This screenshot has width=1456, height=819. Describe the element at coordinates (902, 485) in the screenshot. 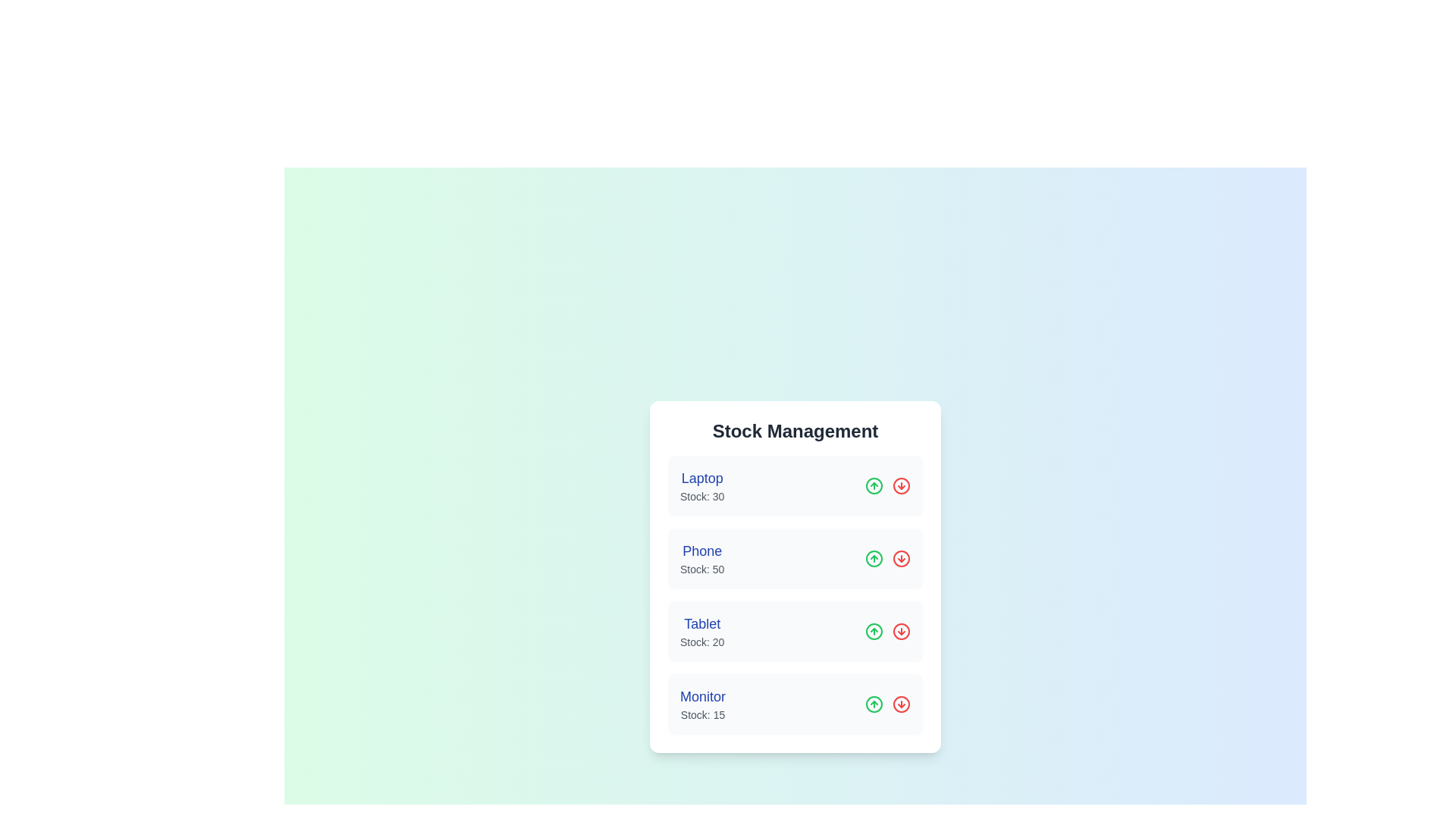

I see `the decrement icon for the product Laptop` at that location.